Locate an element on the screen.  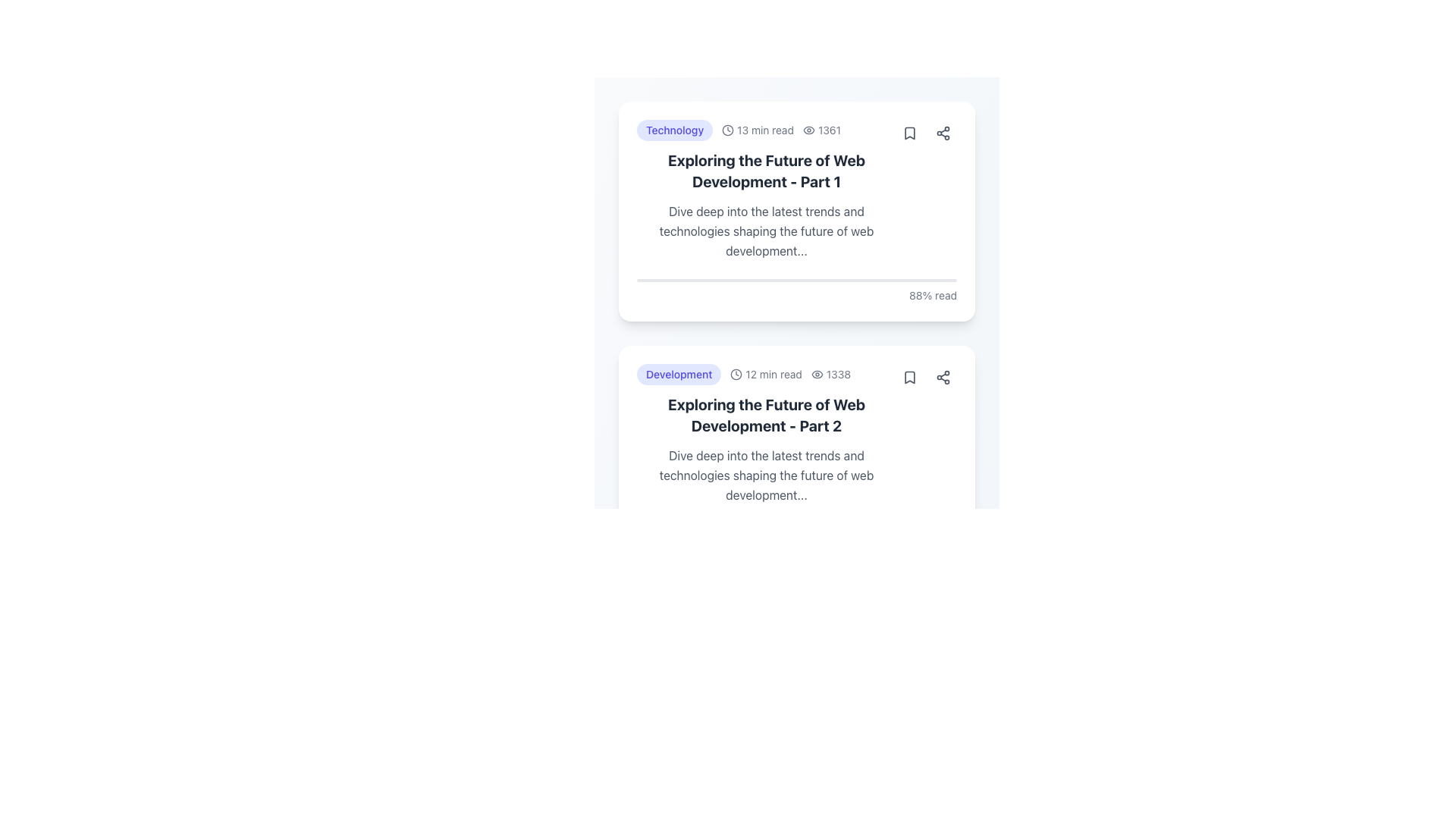
displayed information in the Article card header section titled 'Exploring the Future of Web Development - Part 1', which is clickable to access detailed information is located at coordinates (796, 189).